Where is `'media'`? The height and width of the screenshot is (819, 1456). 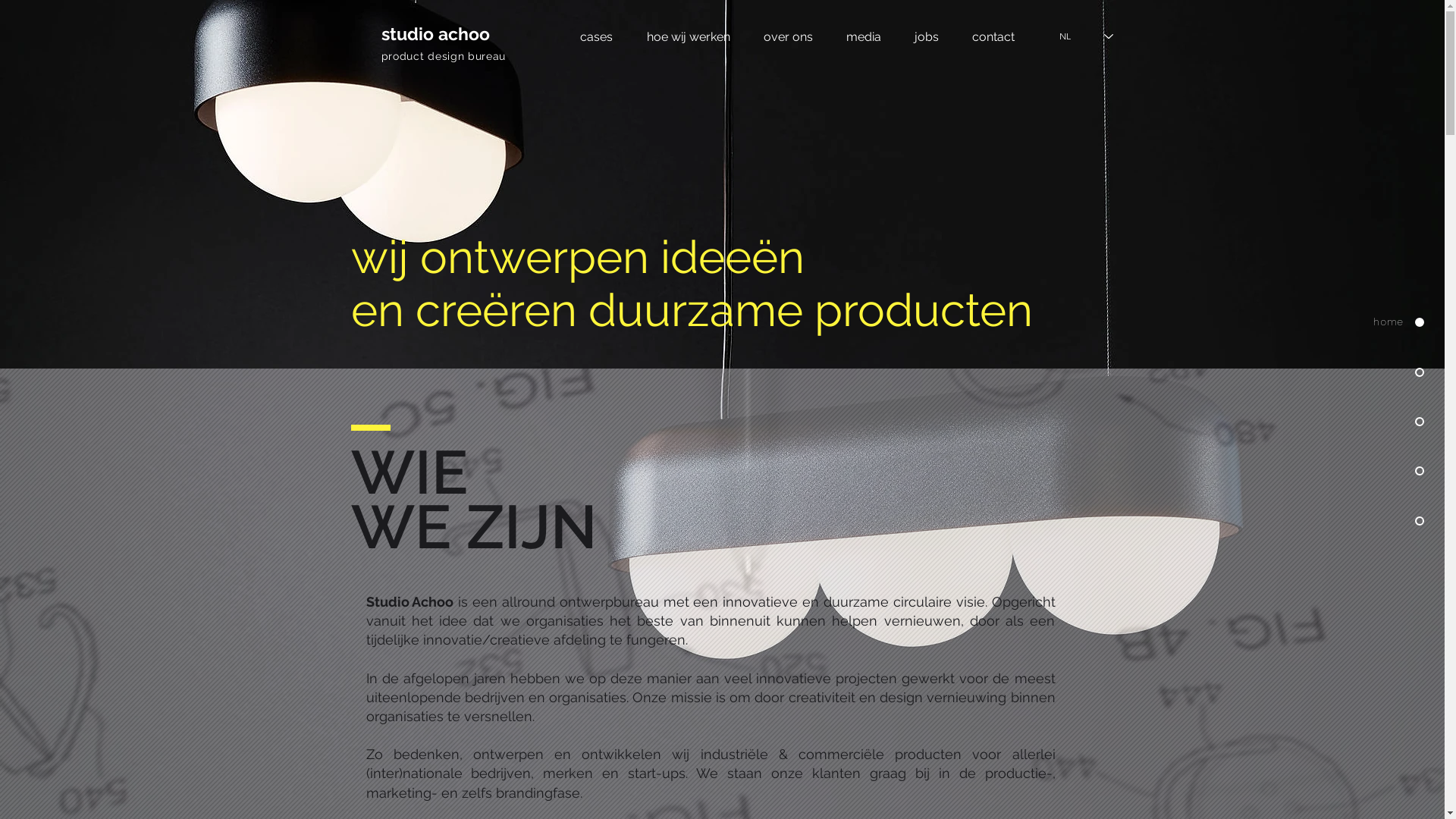
'media' is located at coordinates (863, 36).